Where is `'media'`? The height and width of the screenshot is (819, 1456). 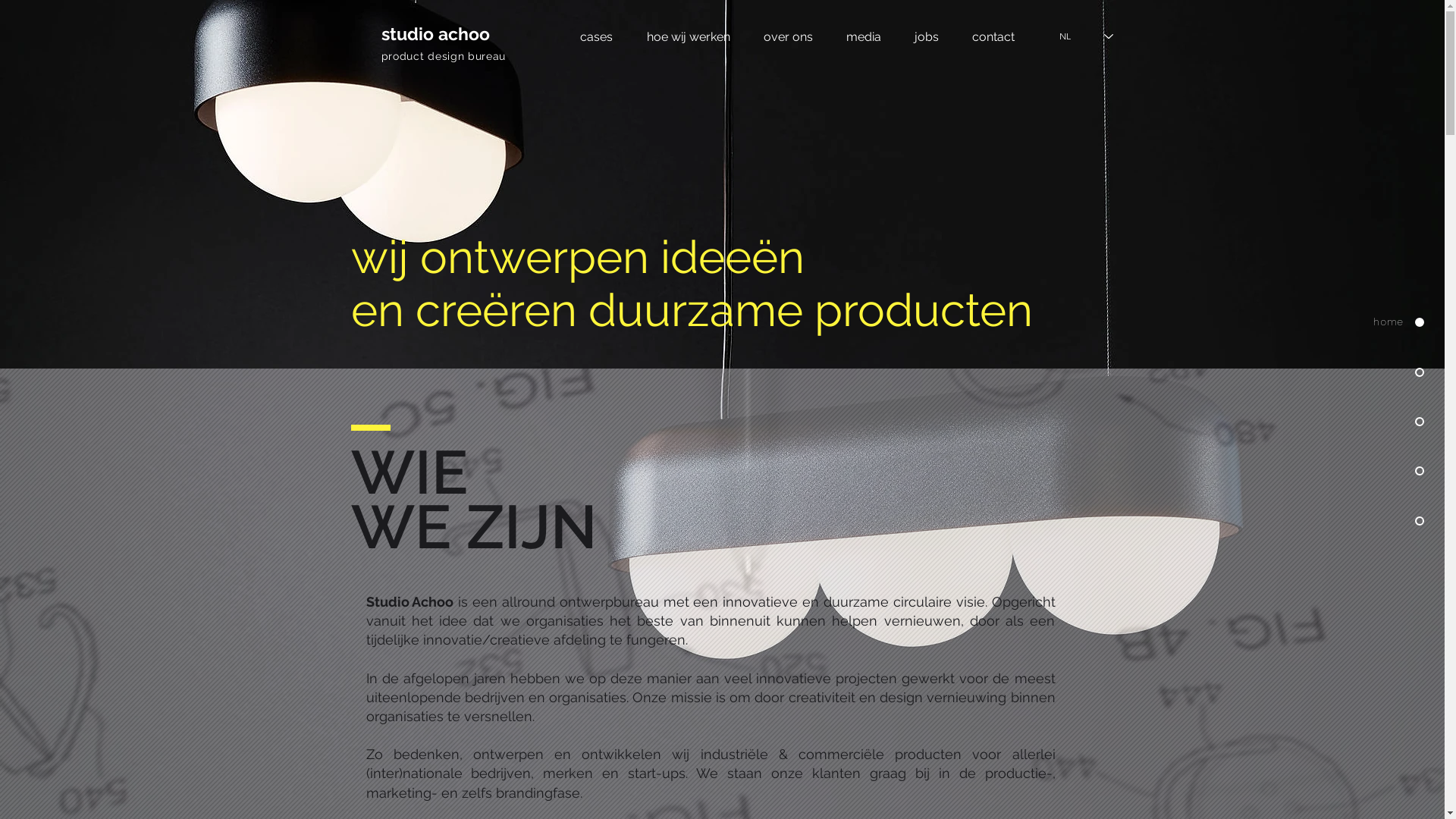
'media' is located at coordinates (863, 36).